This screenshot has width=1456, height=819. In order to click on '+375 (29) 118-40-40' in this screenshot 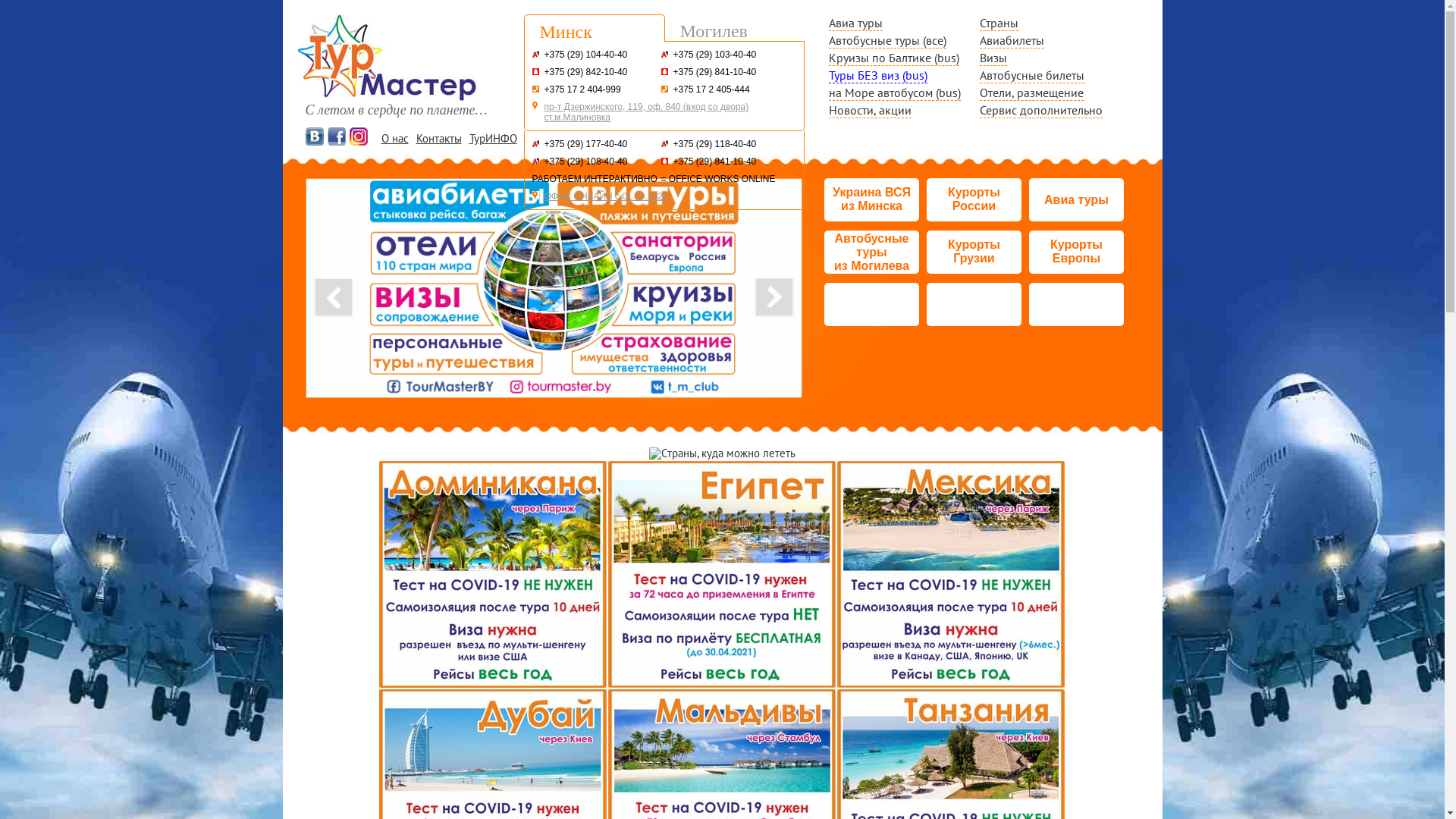, I will do `click(714, 143)`.